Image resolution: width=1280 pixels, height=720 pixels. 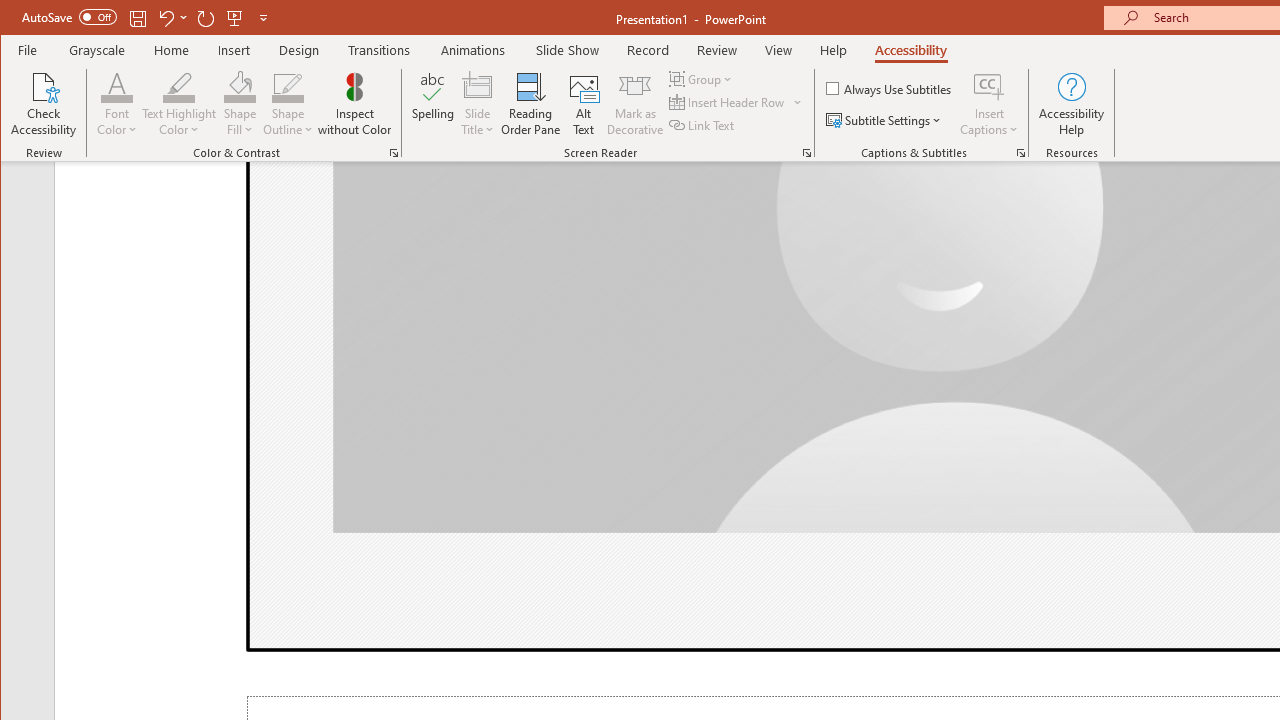 I want to click on 'Insert Header Row', so click(x=727, y=102).